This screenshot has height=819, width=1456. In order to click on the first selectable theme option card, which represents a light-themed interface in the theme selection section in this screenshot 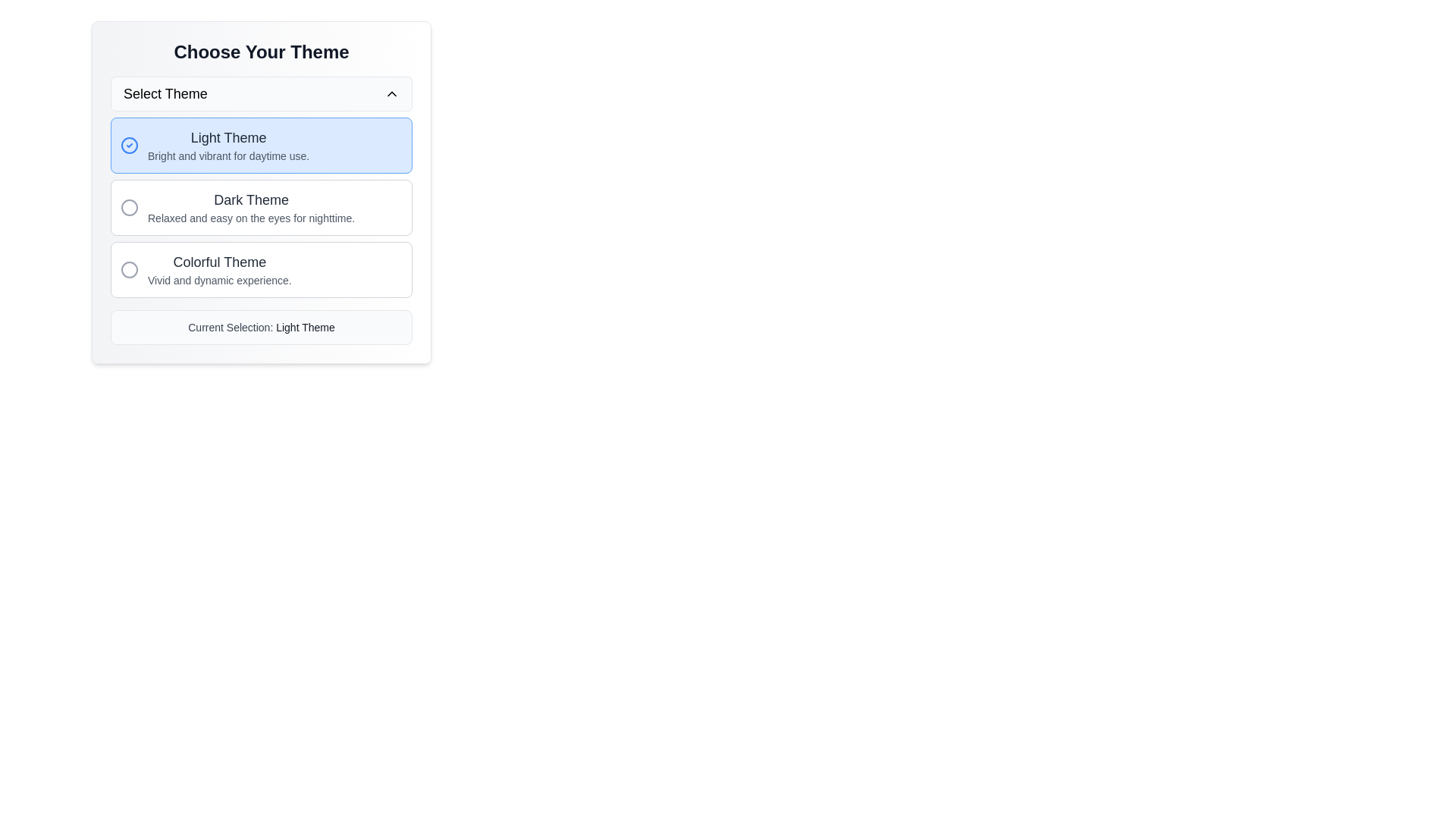, I will do `click(262, 146)`.